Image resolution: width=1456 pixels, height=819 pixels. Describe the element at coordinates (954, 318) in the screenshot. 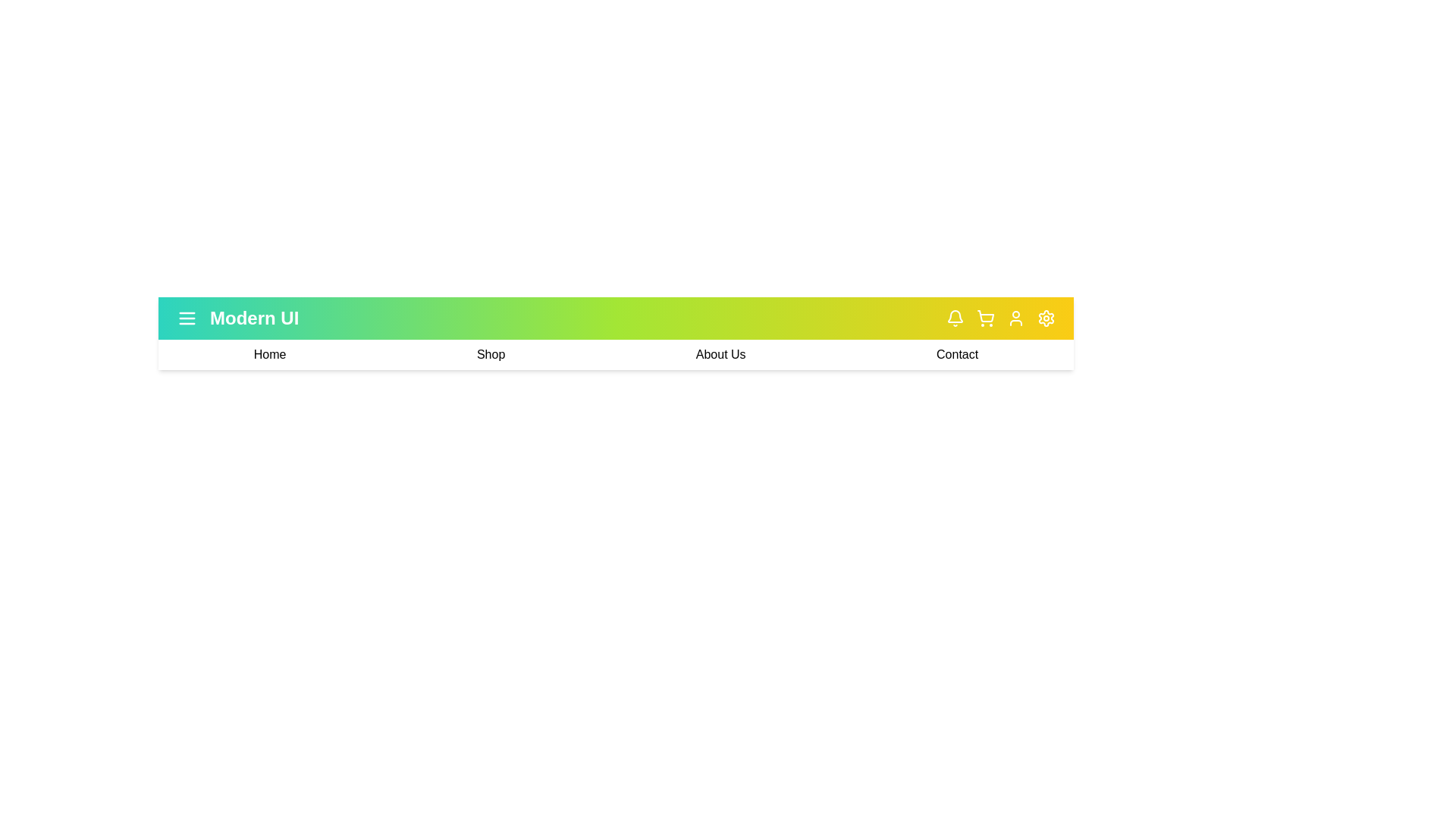

I see `the notification bell icon` at that location.